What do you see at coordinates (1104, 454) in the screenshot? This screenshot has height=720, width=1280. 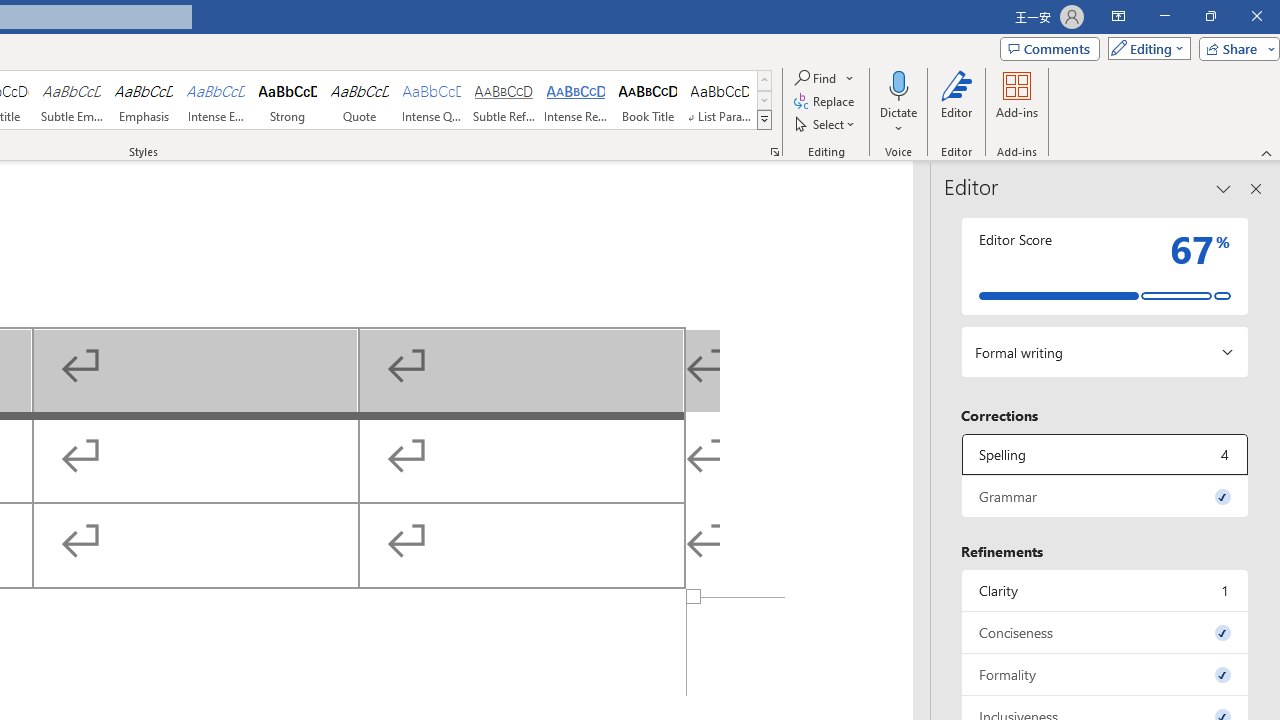 I see `'Spelling, 4 issues. Press space or enter to review items.'` at bounding box center [1104, 454].